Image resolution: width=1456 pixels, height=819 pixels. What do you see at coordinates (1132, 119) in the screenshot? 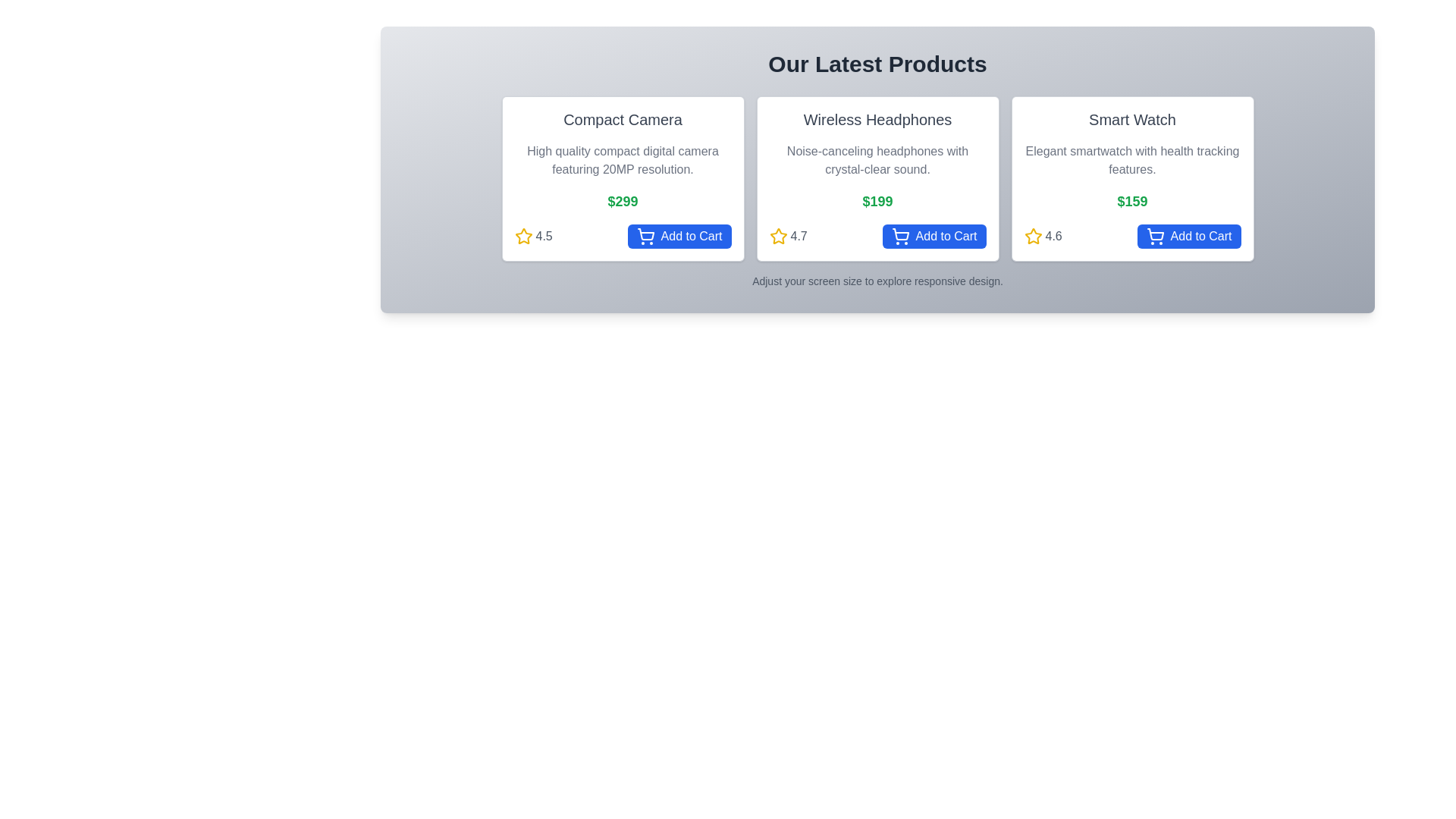
I see `the text label 'Smart Watch' which is prominently displayed in a larger font at the top of the rightmost card, just above the description text for the smartwatch` at bounding box center [1132, 119].